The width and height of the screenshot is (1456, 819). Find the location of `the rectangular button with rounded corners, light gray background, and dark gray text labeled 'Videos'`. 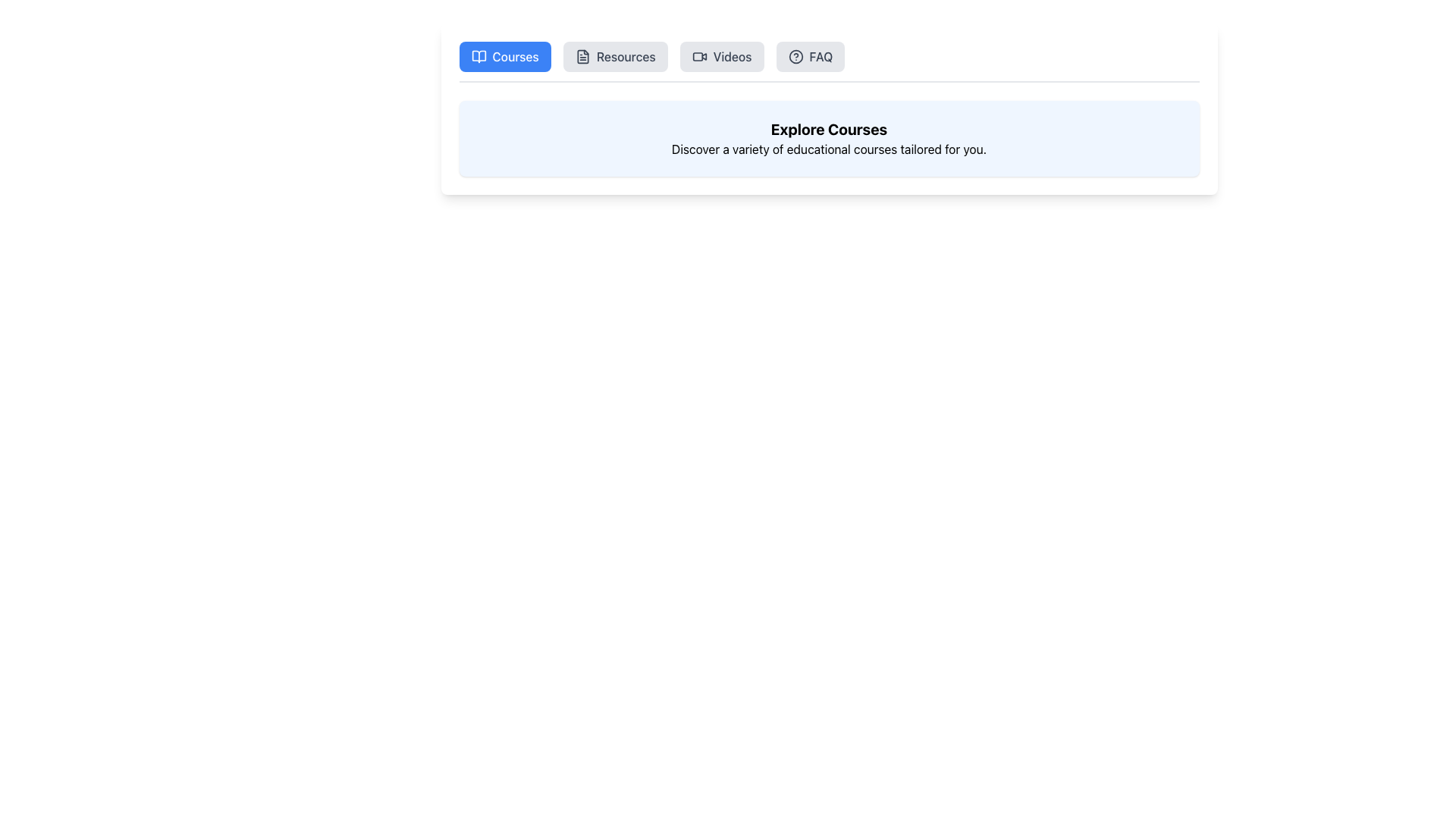

the rectangular button with rounded corners, light gray background, and dark gray text labeled 'Videos' is located at coordinates (721, 55).